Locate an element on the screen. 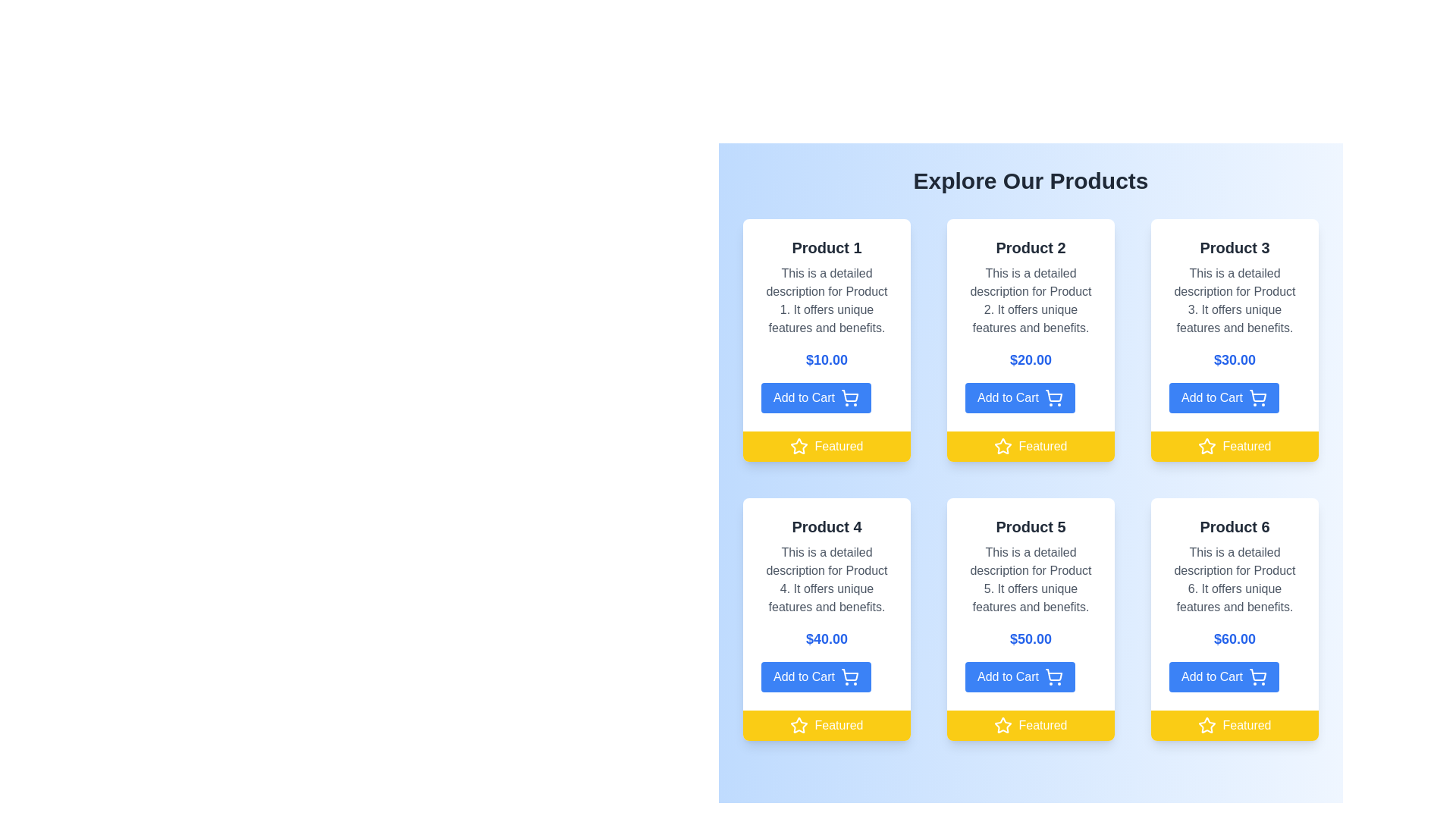 The height and width of the screenshot is (819, 1456). the shopping cart icon, which is the rightmost component of the blue 'Add to Cart' button within the 'Product 1' card in the product grid is located at coordinates (849, 397).